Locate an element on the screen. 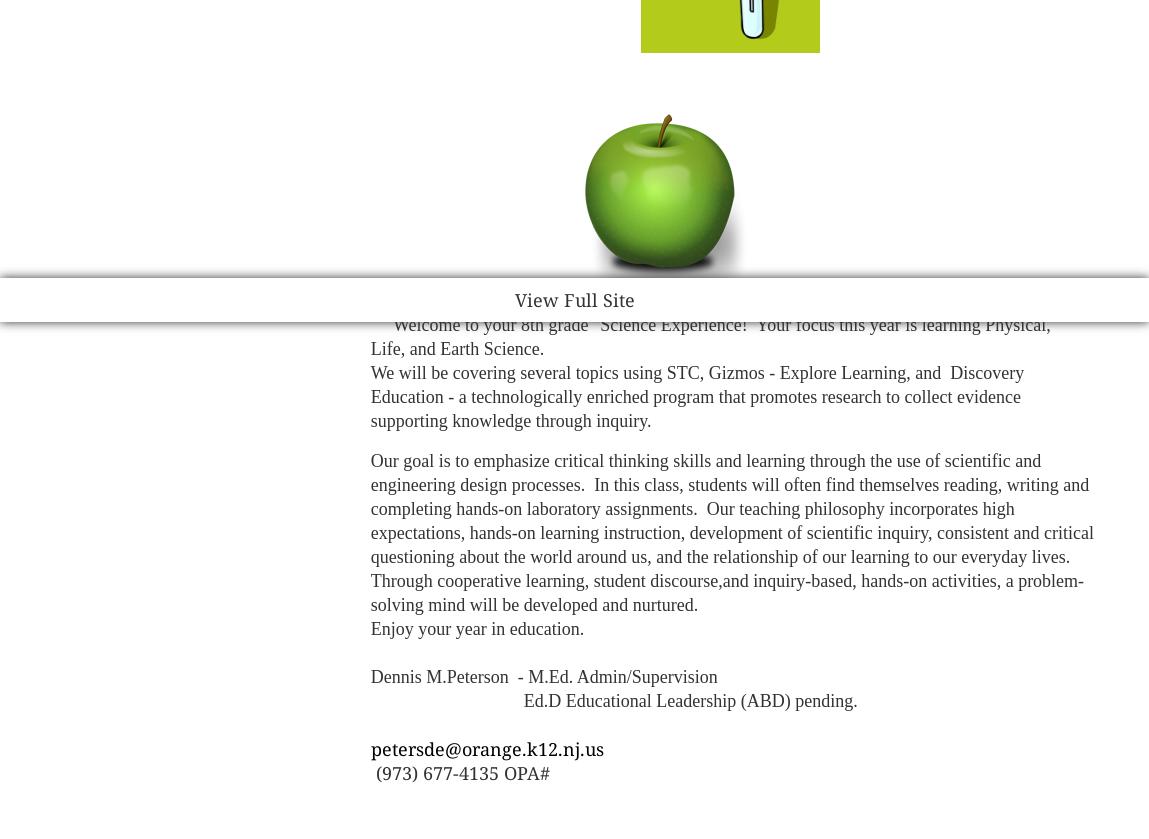  'Ed.D Educational Leadership (ABD) pending.' is located at coordinates (368, 699).